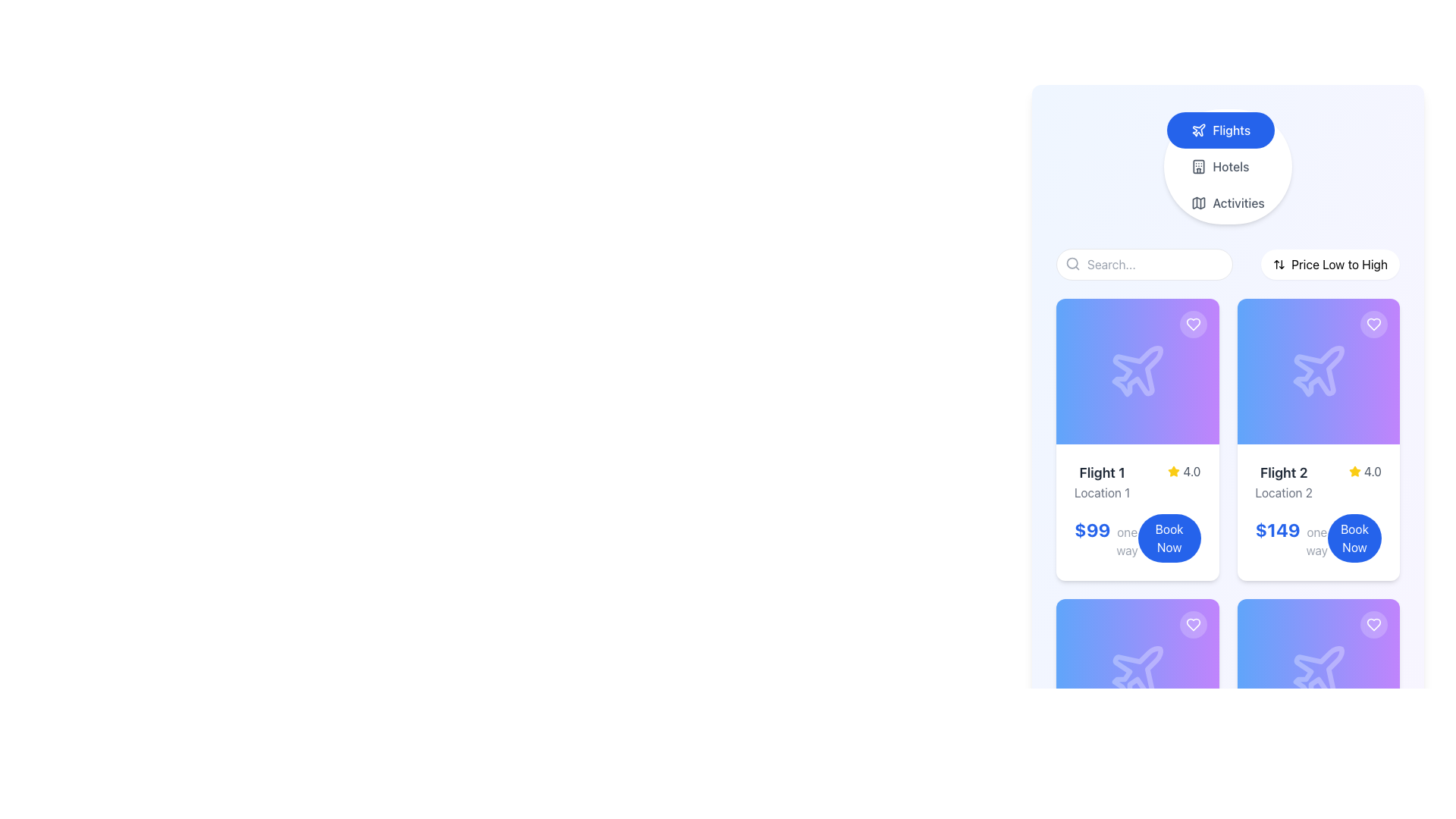 The width and height of the screenshot is (1456, 819). What do you see at coordinates (1198, 130) in the screenshot?
I see `the Decorative icon that symbolizes flights, which is located within the rounded blue button labeled 'Flights' at the top of the interface` at bounding box center [1198, 130].